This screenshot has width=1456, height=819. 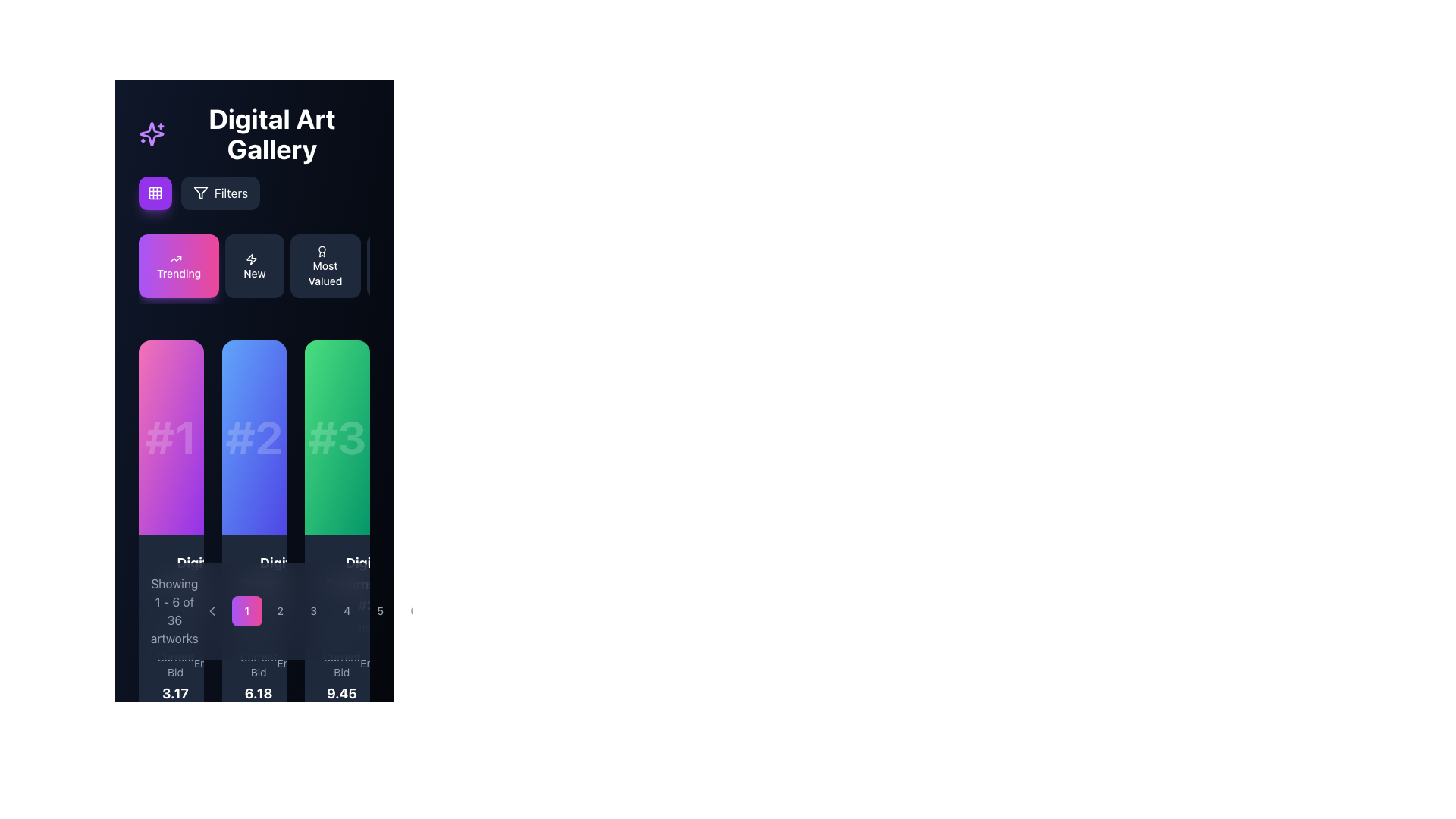 What do you see at coordinates (152, 133) in the screenshot?
I see `the decorative icon symbolizing creativity, located to the left of the 'Digital Art Gallery' title` at bounding box center [152, 133].